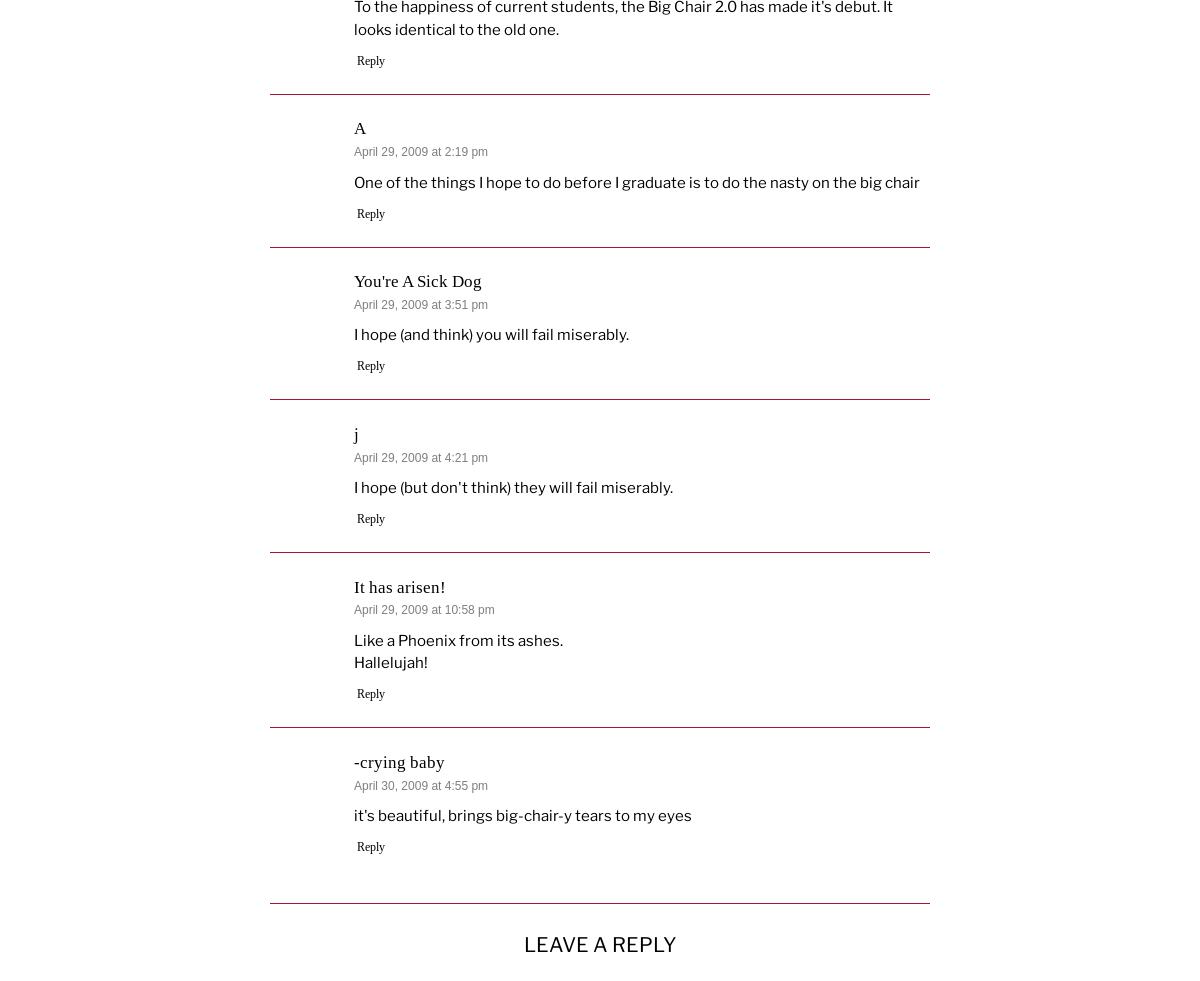 Image resolution: width=1200 pixels, height=981 pixels. What do you see at coordinates (354, 127) in the screenshot?
I see `'A'` at bounding box center [354, 127].